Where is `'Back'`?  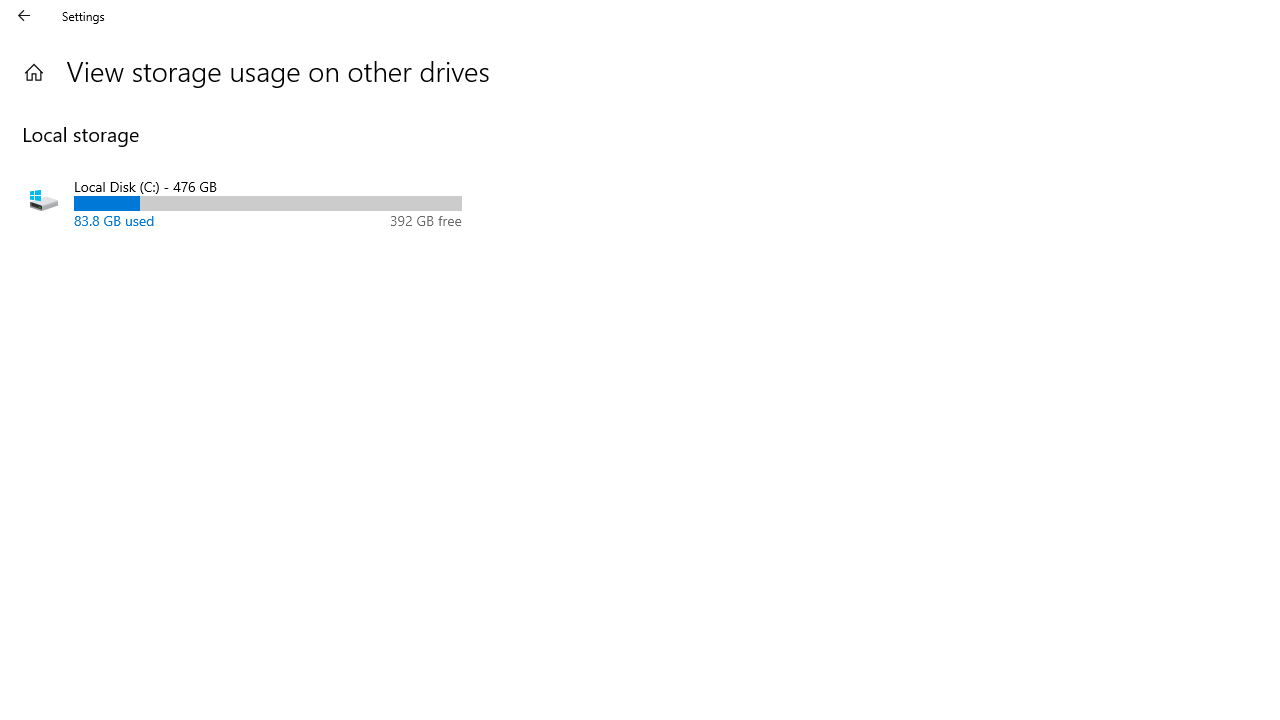
'Back' is located at coordinates (24, 15).